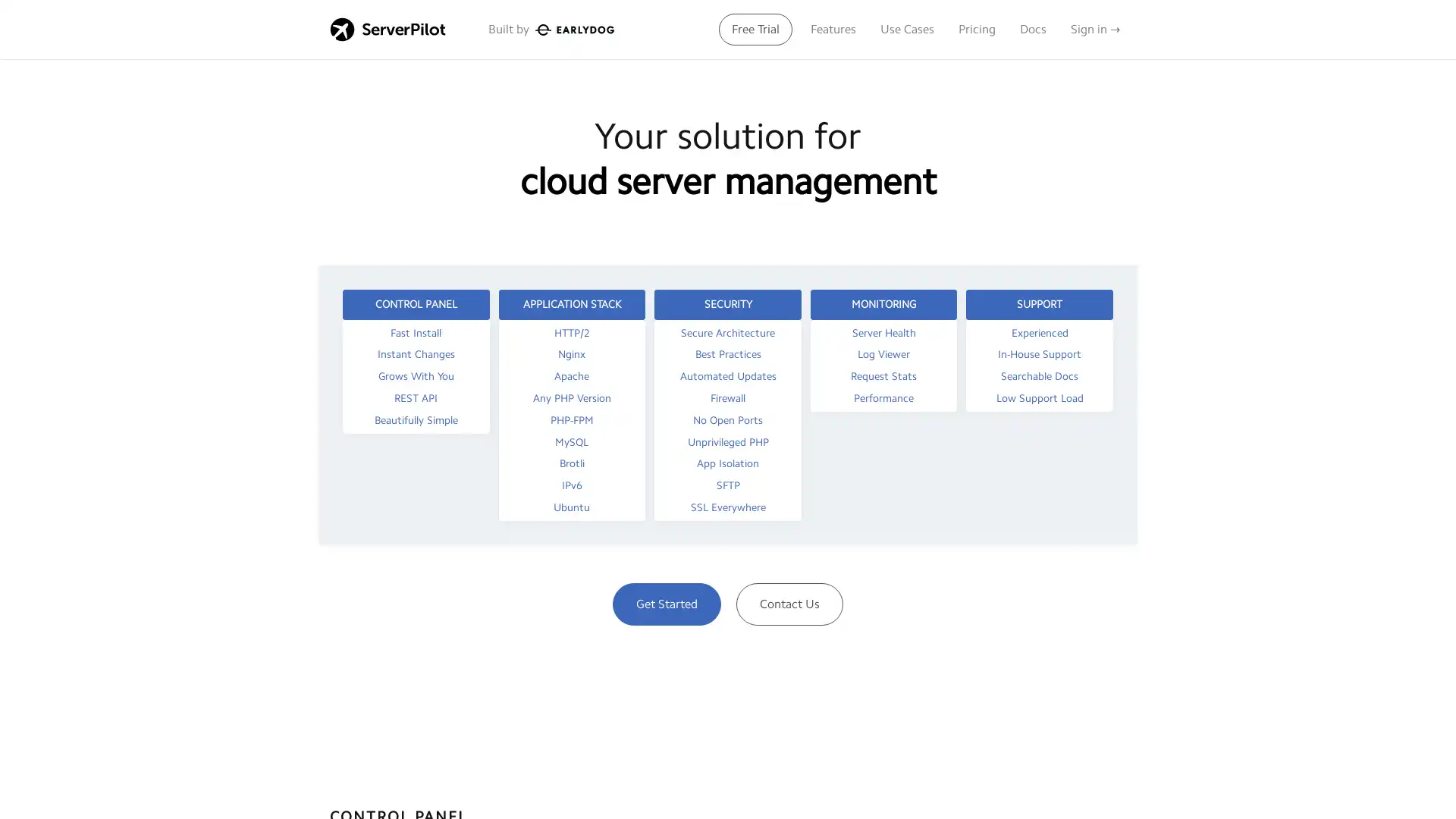  What do you see at coordinates (1032, 29) in the screenshot?
I see `Docs` at bounding box center [1032, 29].